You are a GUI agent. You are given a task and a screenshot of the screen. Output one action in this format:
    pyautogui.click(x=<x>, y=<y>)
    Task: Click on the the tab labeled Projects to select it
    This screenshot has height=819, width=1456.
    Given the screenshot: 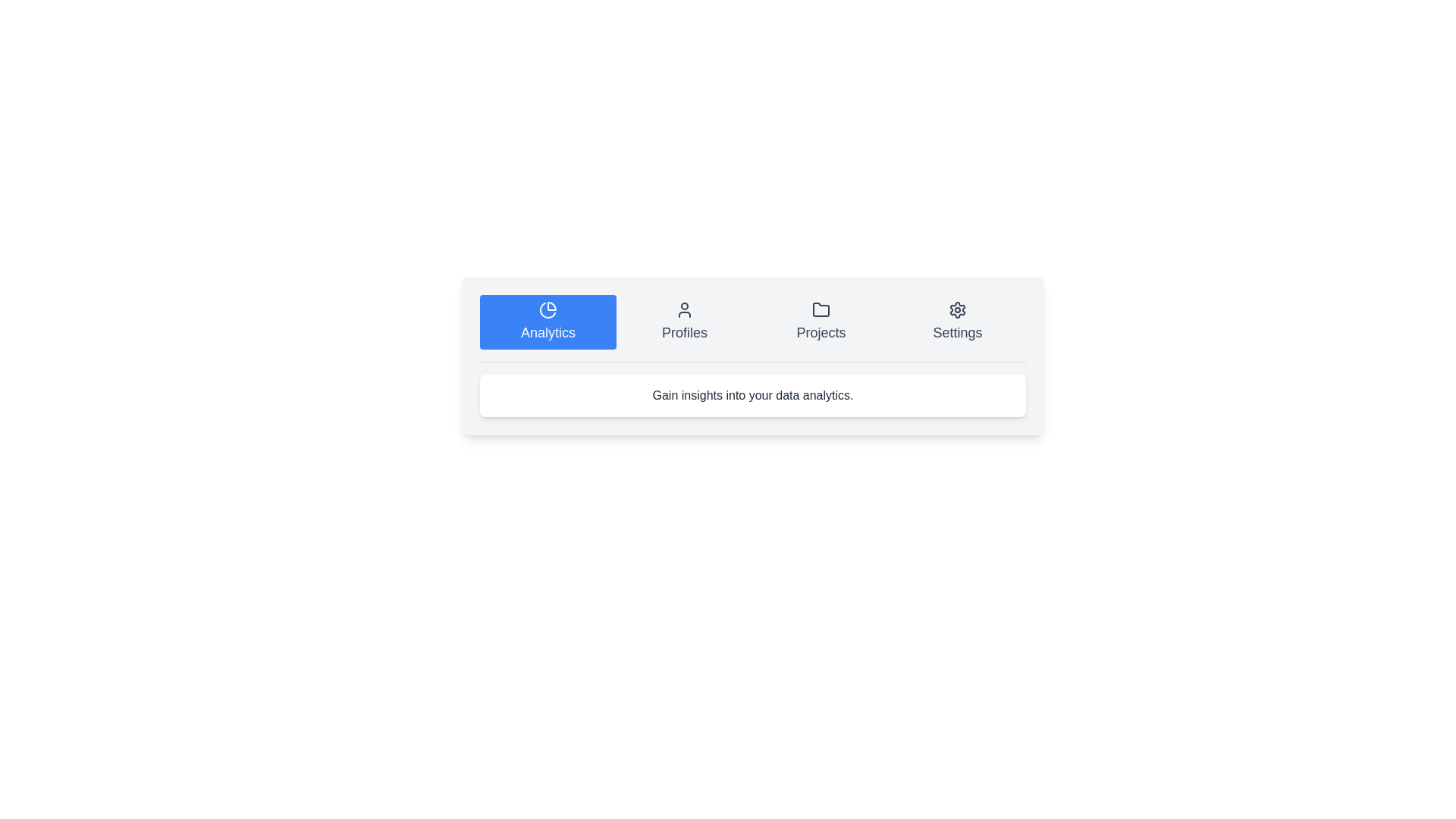 What is the action you would take?
    pyautogui.click(x=821, y=321)
    